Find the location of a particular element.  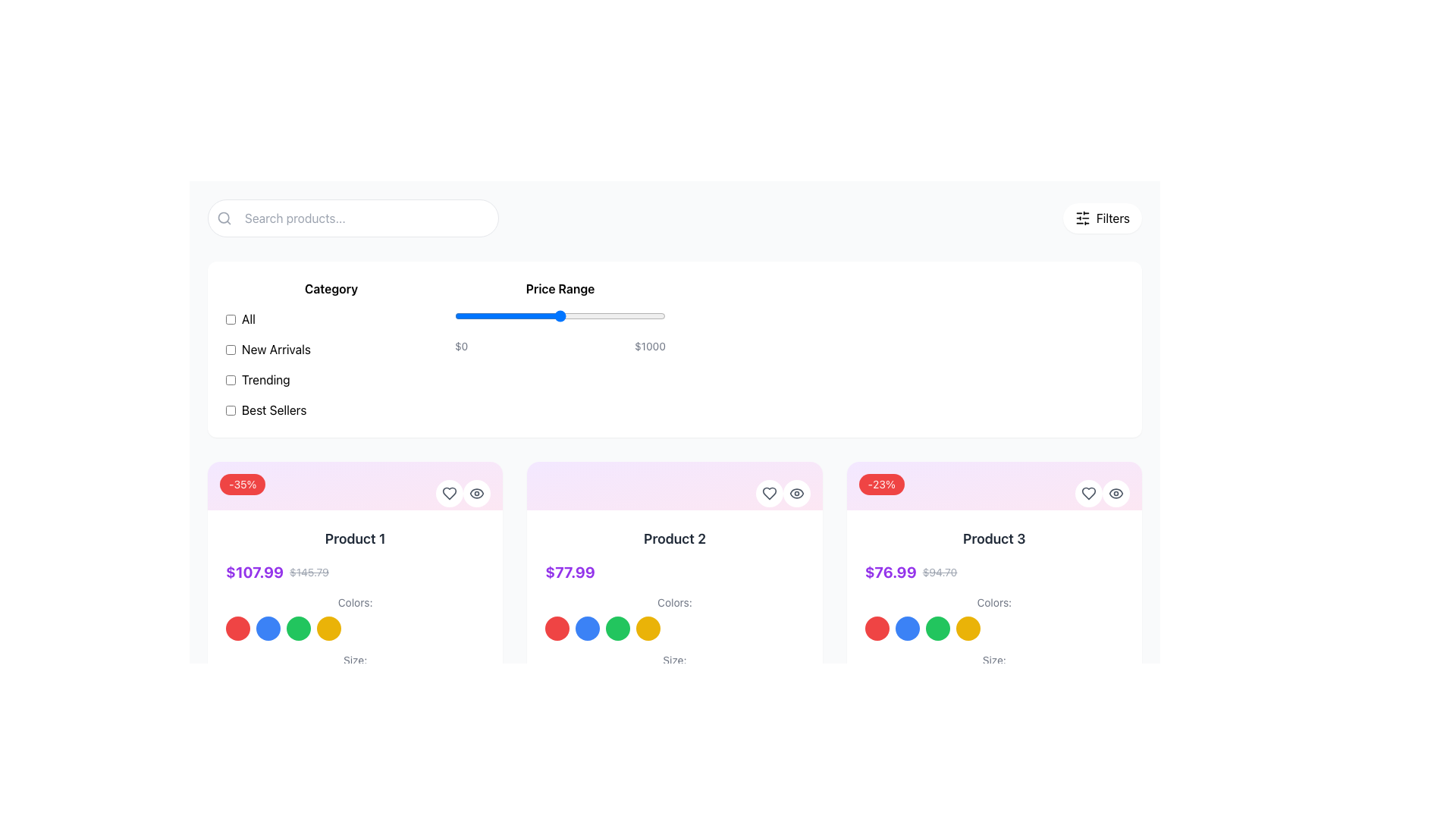

the size options in the Size selector for 'Product 2', located below the 'Colors:' section and above the 'Add to Cart' button is located at coordinates (673, 675).